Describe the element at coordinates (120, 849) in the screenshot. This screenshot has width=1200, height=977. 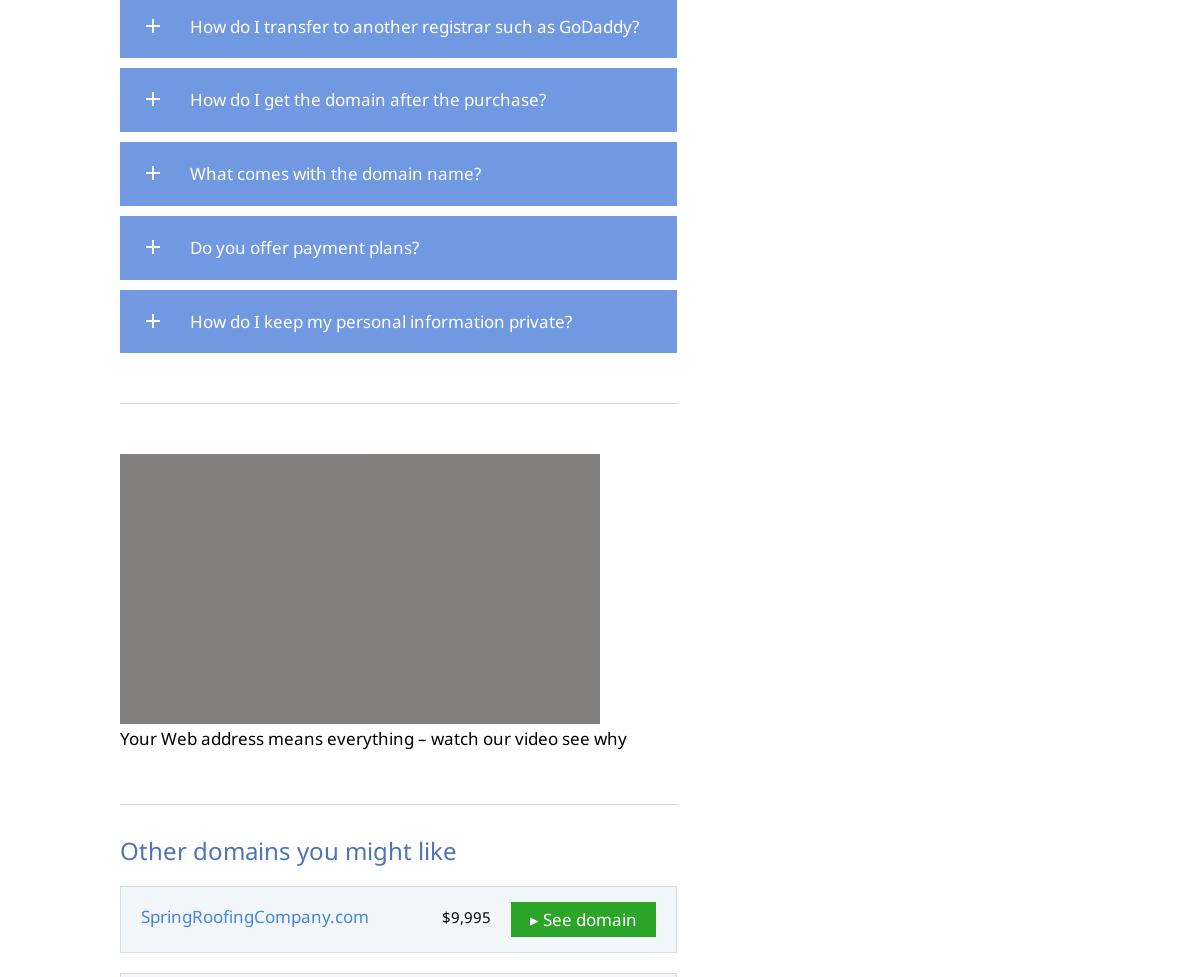
I see `'Other domains you might like'` at that location.